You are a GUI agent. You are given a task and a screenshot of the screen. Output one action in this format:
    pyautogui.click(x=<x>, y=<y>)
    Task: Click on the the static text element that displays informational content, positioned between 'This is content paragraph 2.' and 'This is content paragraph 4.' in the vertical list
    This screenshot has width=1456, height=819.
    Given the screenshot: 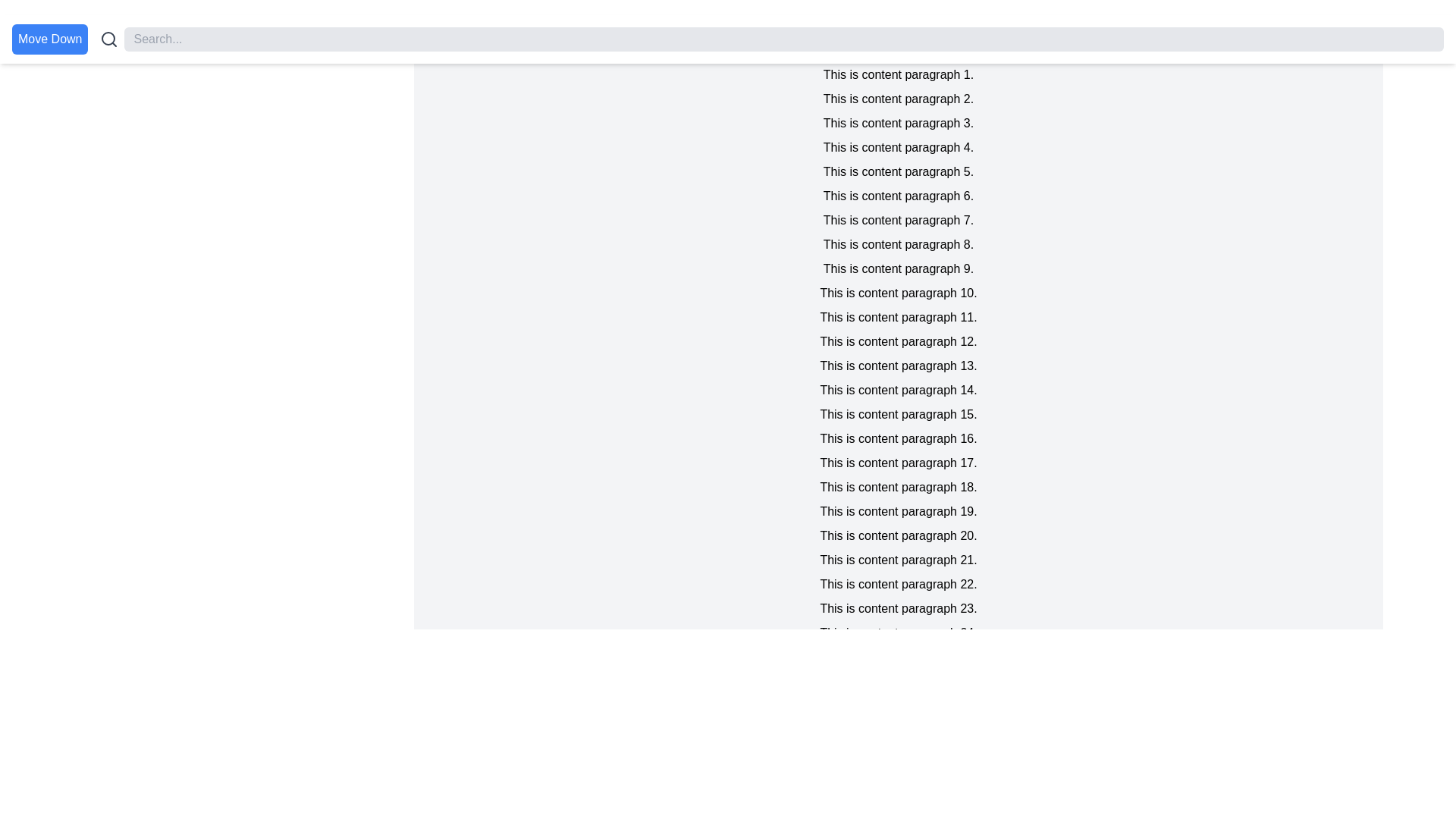 What is the action you would take?
    pyautogui.click(x=899, y=122)
    